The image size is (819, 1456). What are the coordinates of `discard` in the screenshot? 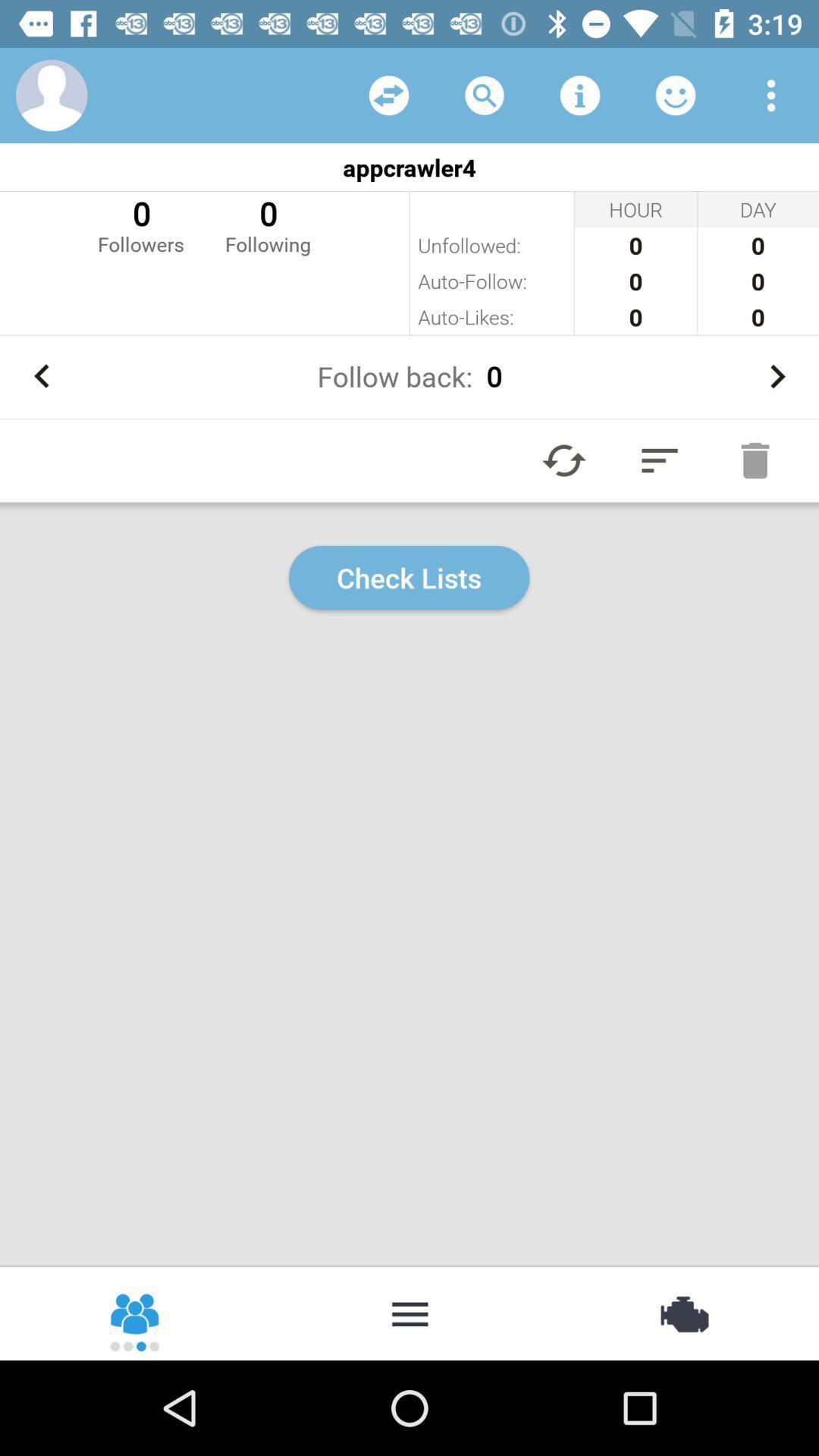 It's located at (755, 460).